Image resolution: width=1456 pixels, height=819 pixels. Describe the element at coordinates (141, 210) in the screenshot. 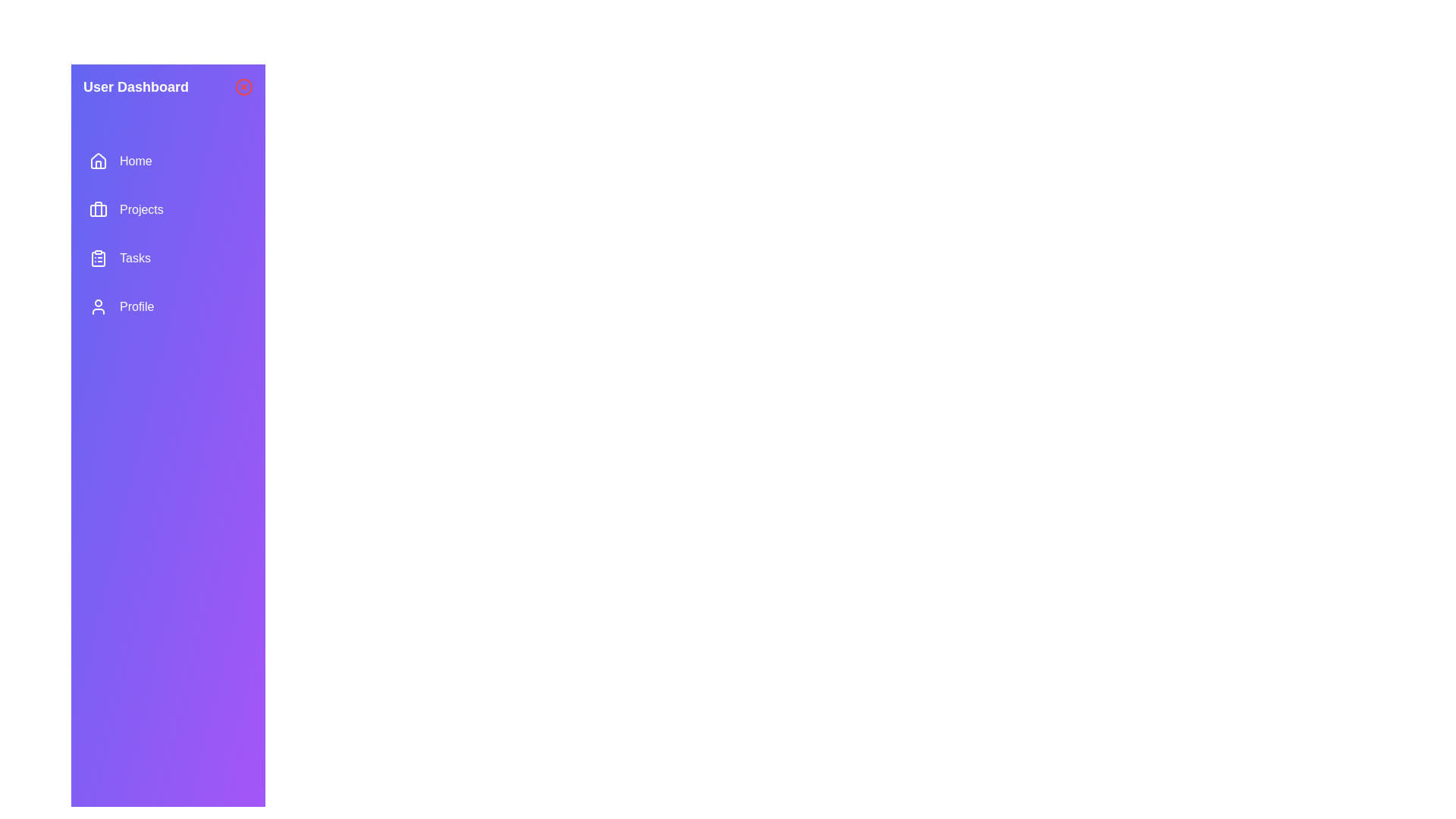

I see `the 'Projects' text label in the vertical navigation menu` at that location.